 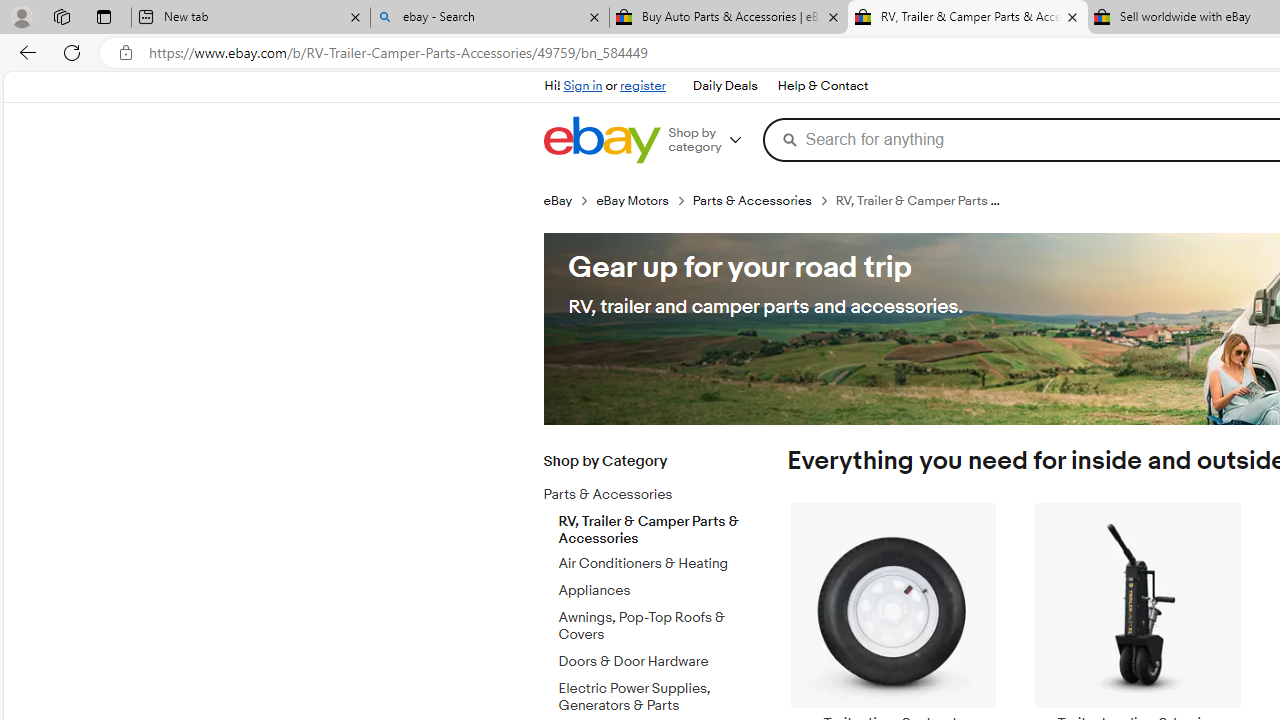 I want to click on 'Air Conditioners & Heating', so click(x=653, y=560).